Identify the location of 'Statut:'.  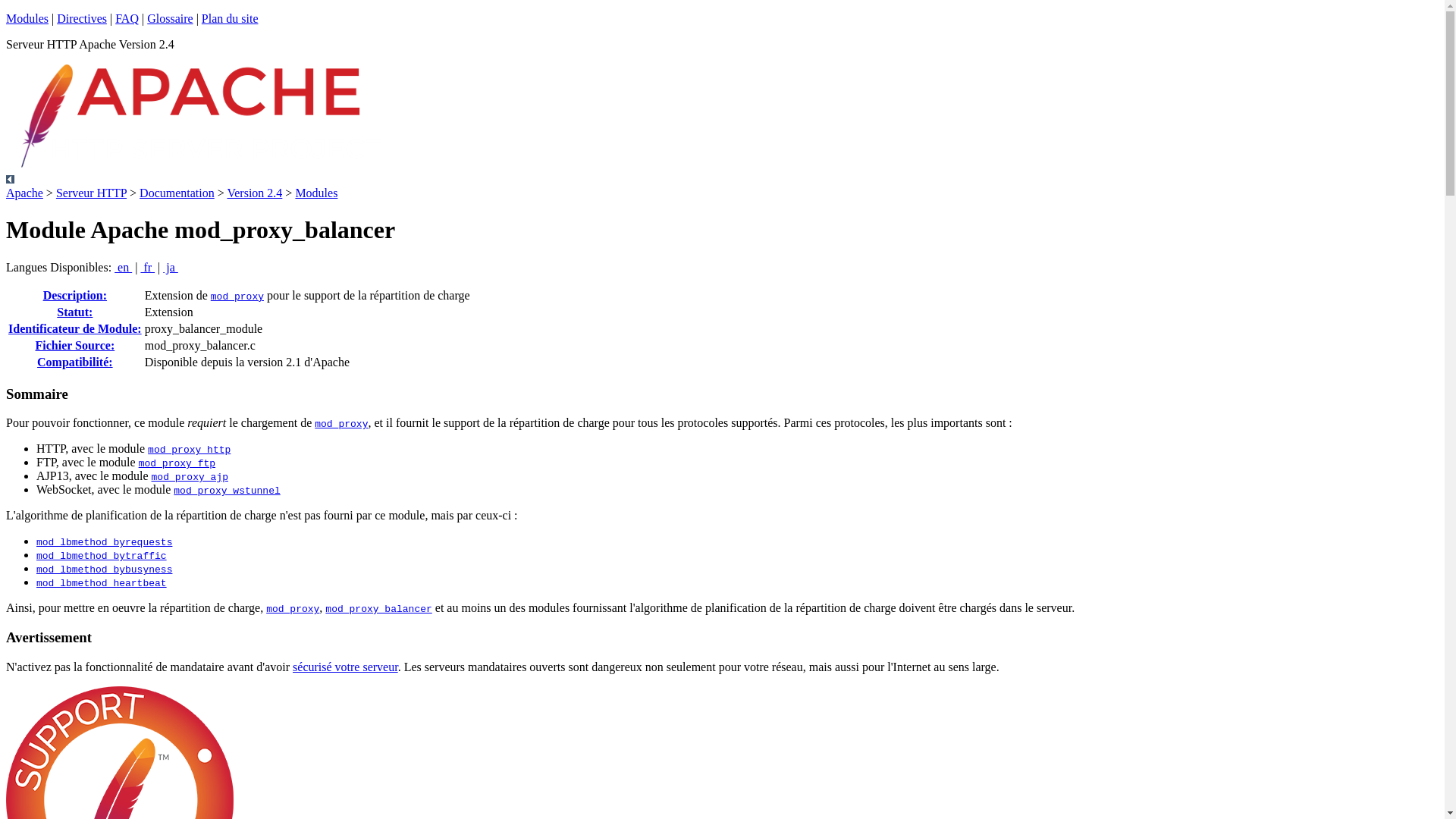
(74, 311).